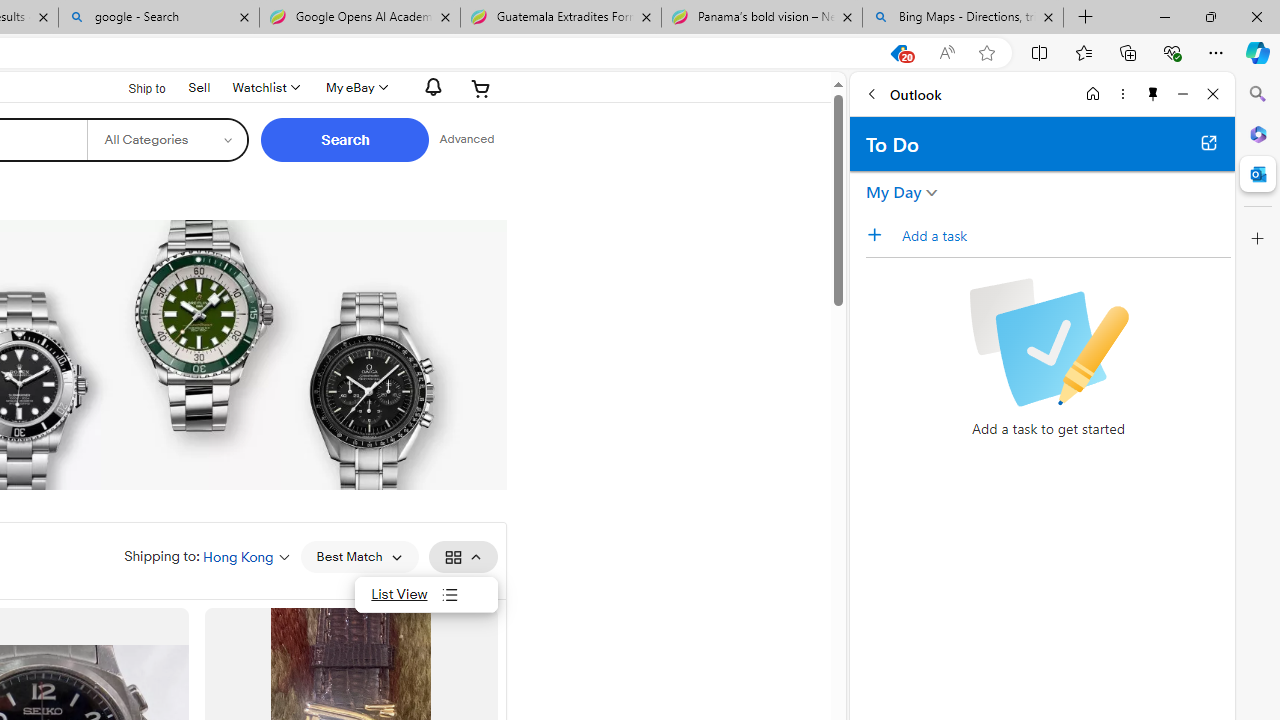 The width and height of the screenshot is (1280, 720). Describe the element at coordinates (133, 86) in the screenshot. I see `'Ship to'` at that location.